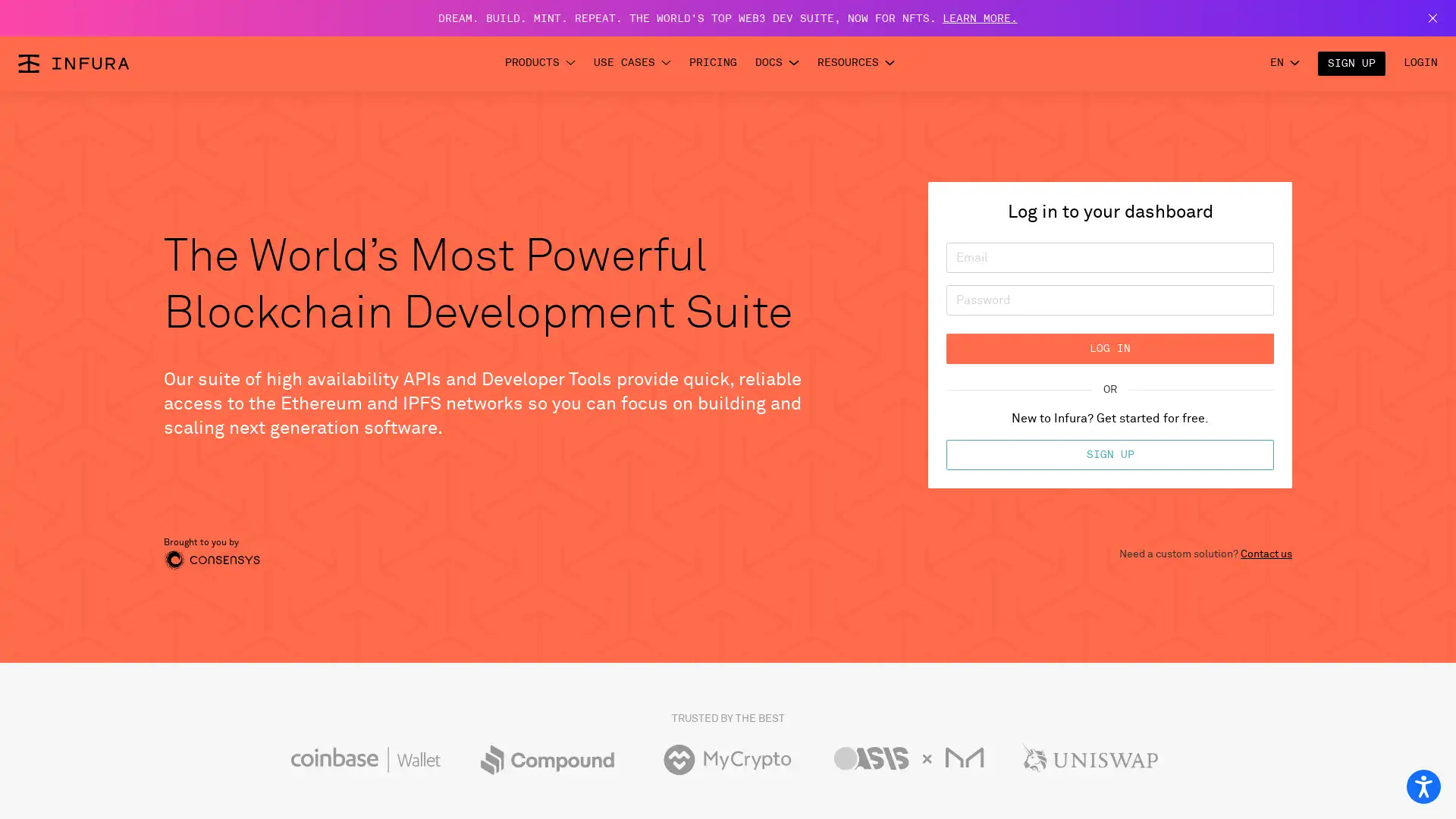 The height and width of the screenshot is (819, 1456). I want to click on SIGN UP, so click(1110, 454).